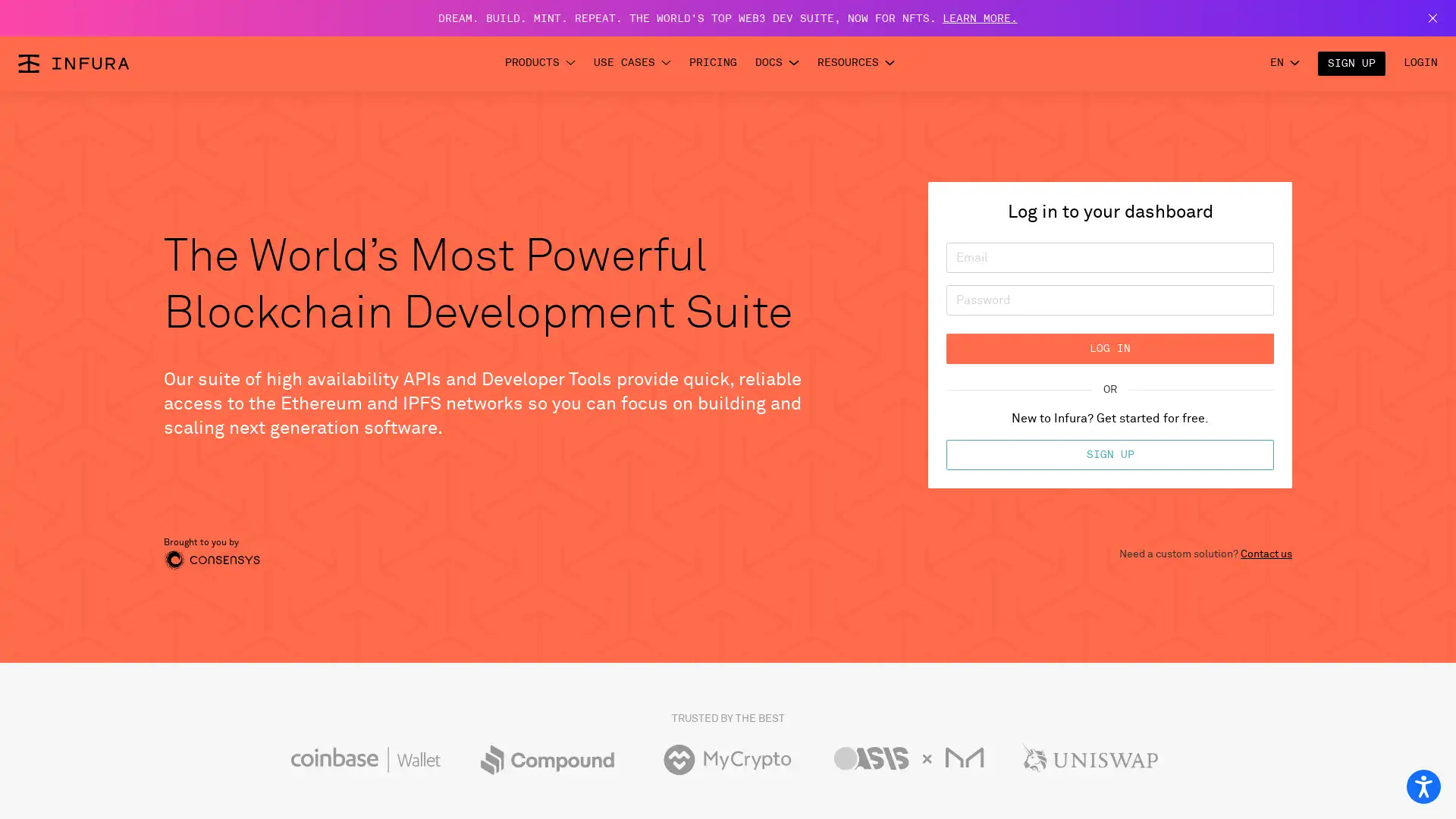 The height and width of the screenshot is (819, 1456). I want to click on SIGN UP, so click(1110, 454).